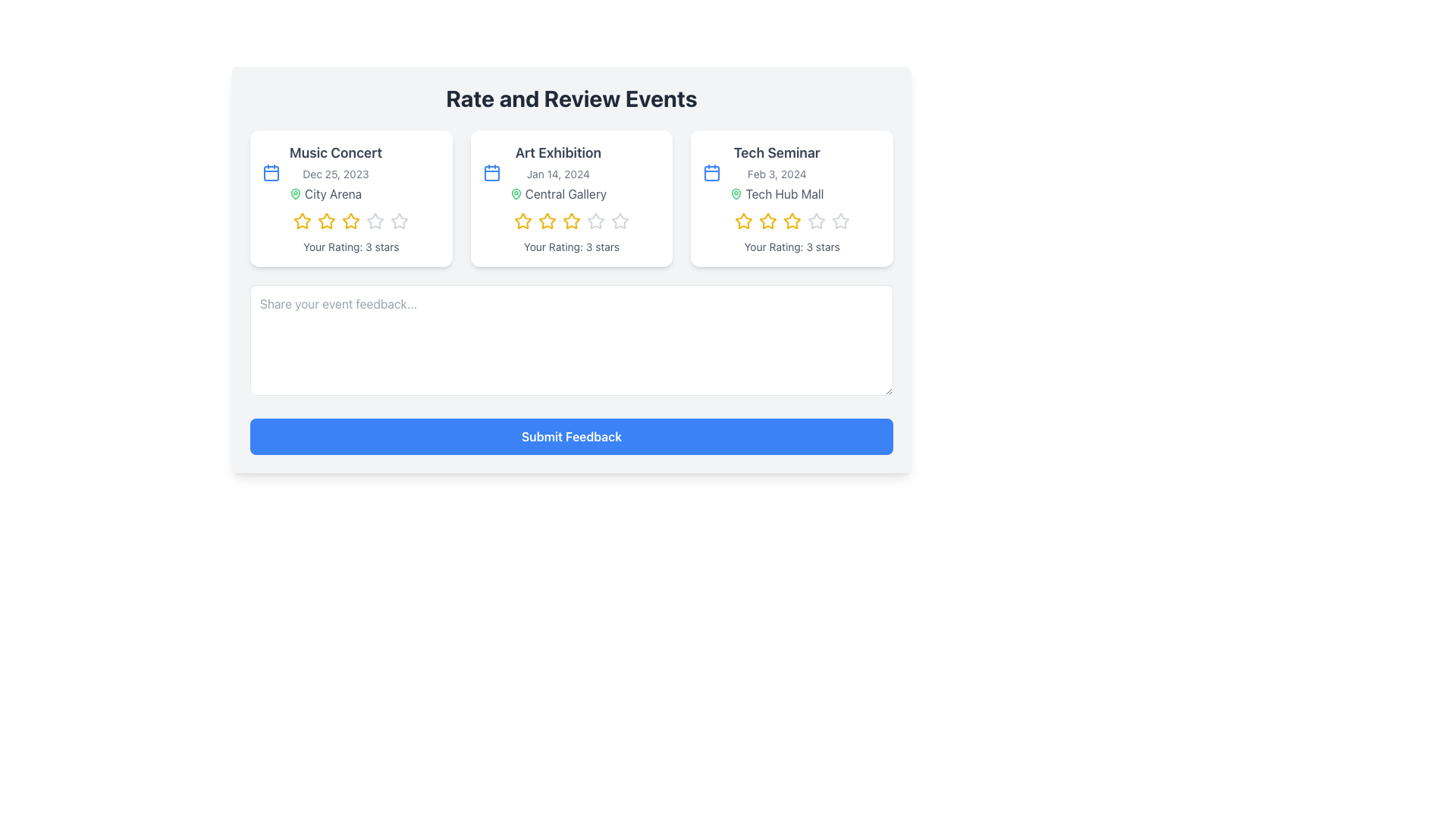 This screenshot has height=819, width=1456. What do you see at coordinates (303, 221) in the screenshot?
I see `the first yellow star icon in the rating system under the 'Music Concert' card to interactively rate the event` at bounding box center [303, 221].